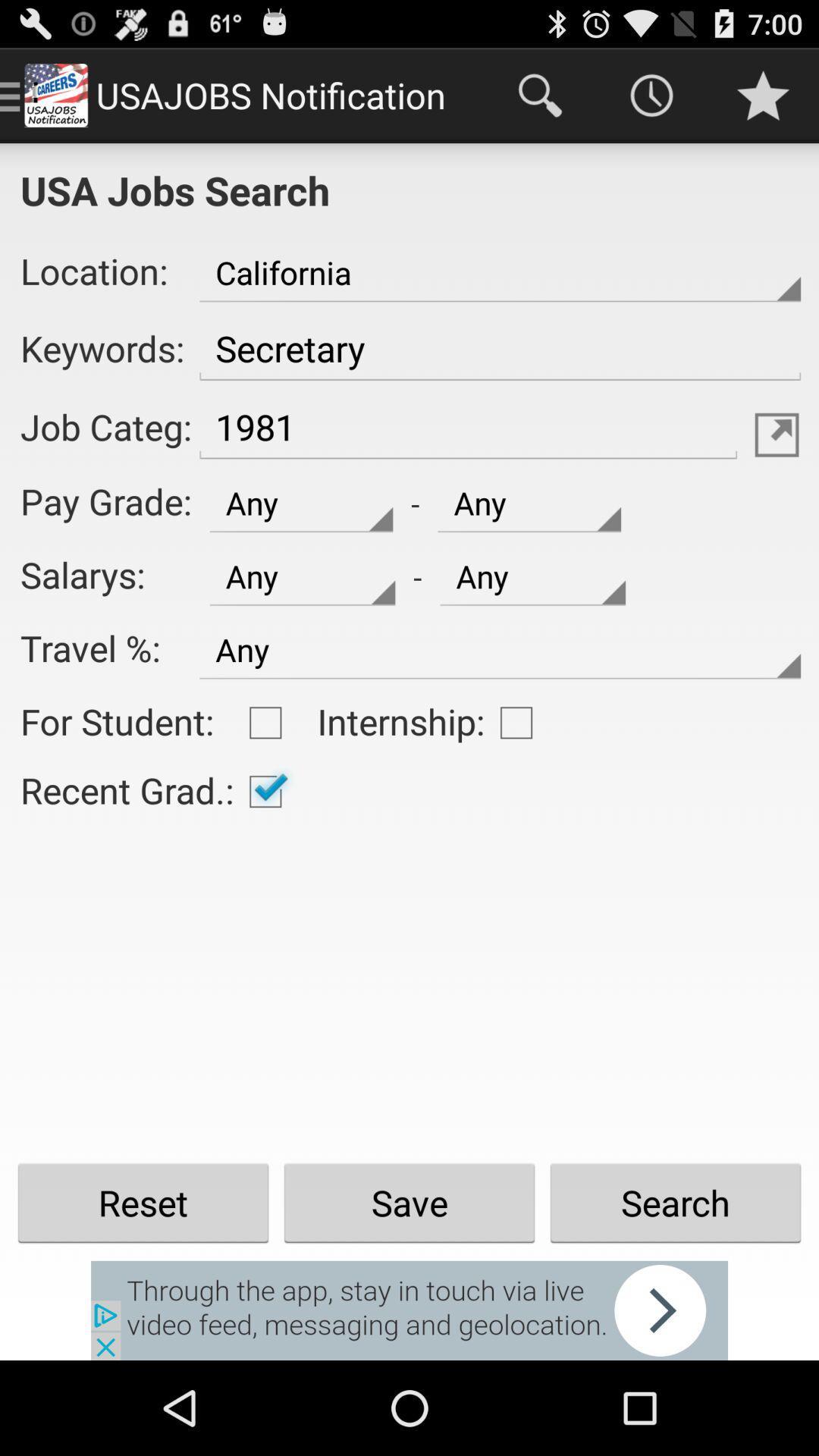  What do you see at coordinates (265, 722) in the screenshot?
I see `radio button for indicating if your a student` at bounding box center [265, 722].